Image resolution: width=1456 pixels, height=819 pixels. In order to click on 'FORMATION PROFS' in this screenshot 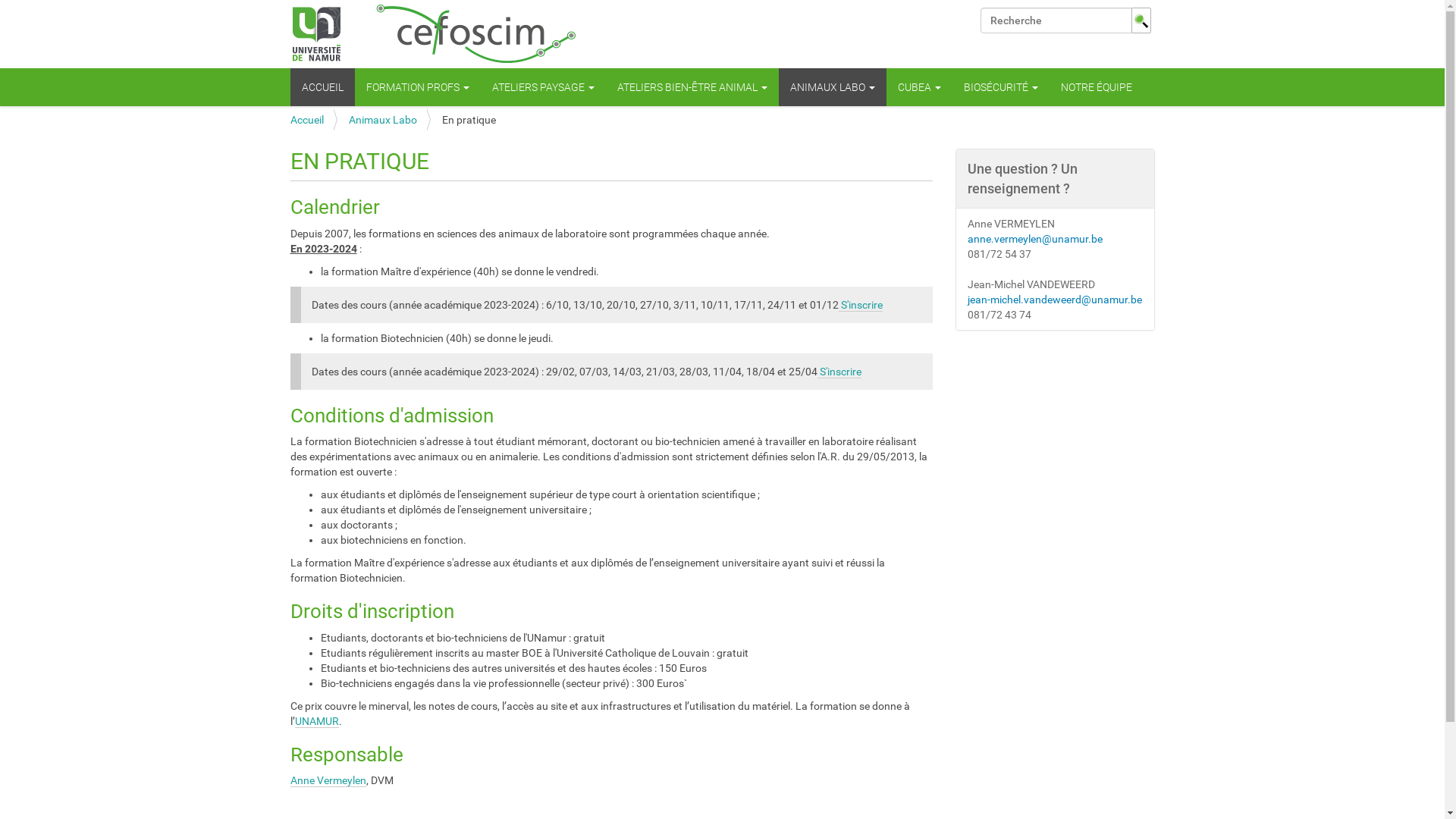, I will do `click(418, 87)`.